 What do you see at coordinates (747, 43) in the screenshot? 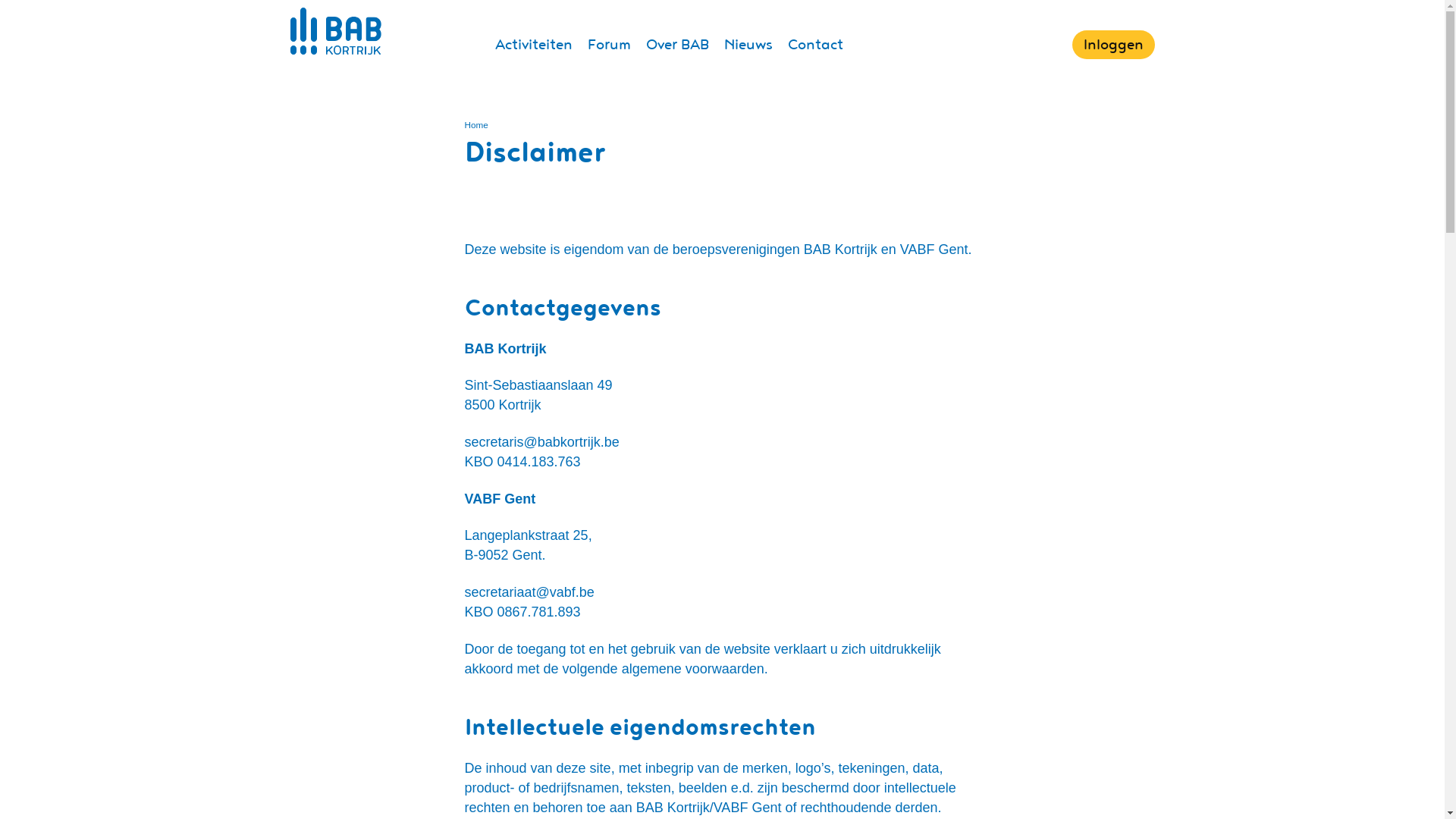
I see `'Nieuws'` at bounding box center [747, 43].